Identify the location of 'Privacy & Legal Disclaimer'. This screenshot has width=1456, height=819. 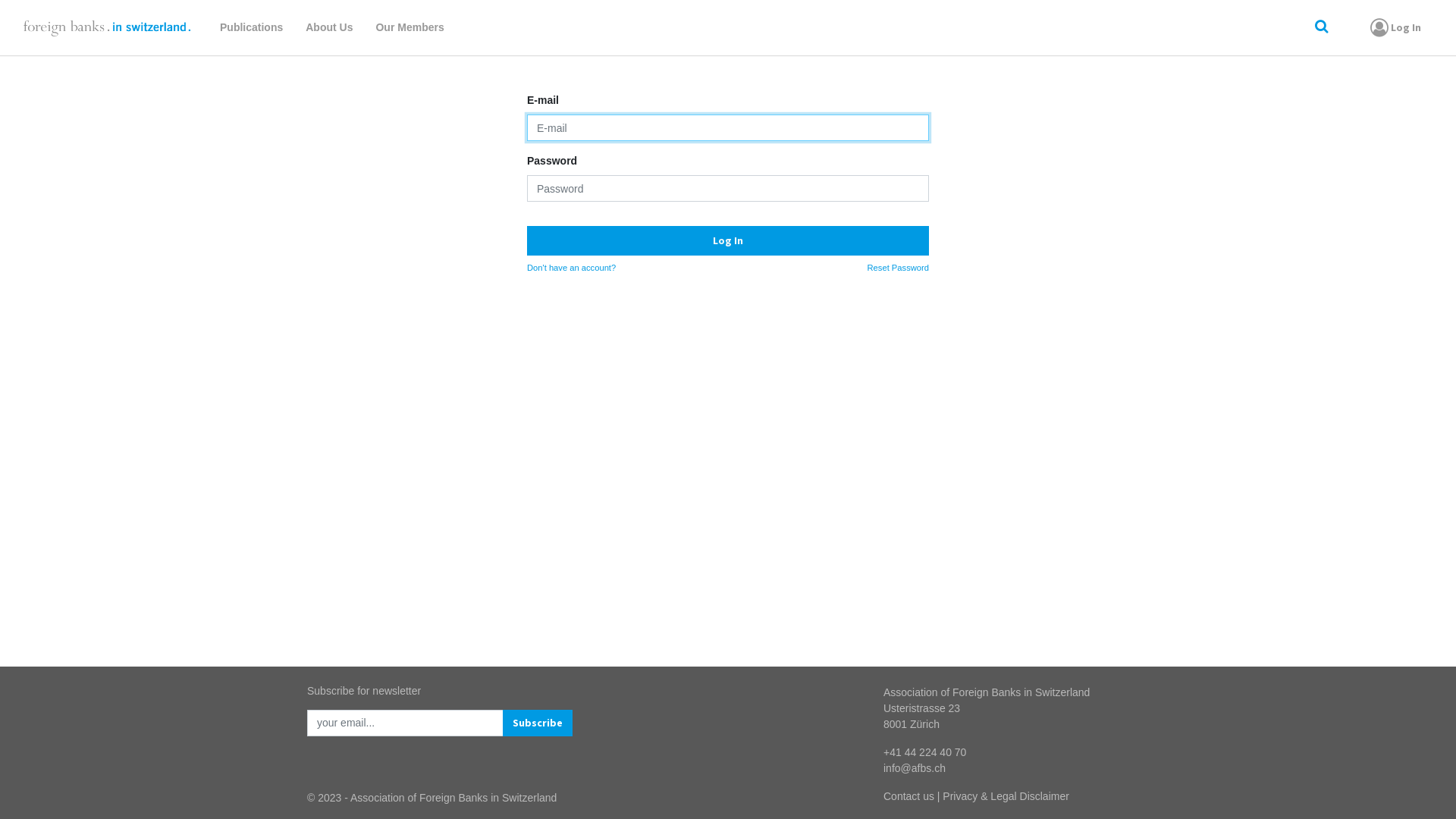
(1006, 795).